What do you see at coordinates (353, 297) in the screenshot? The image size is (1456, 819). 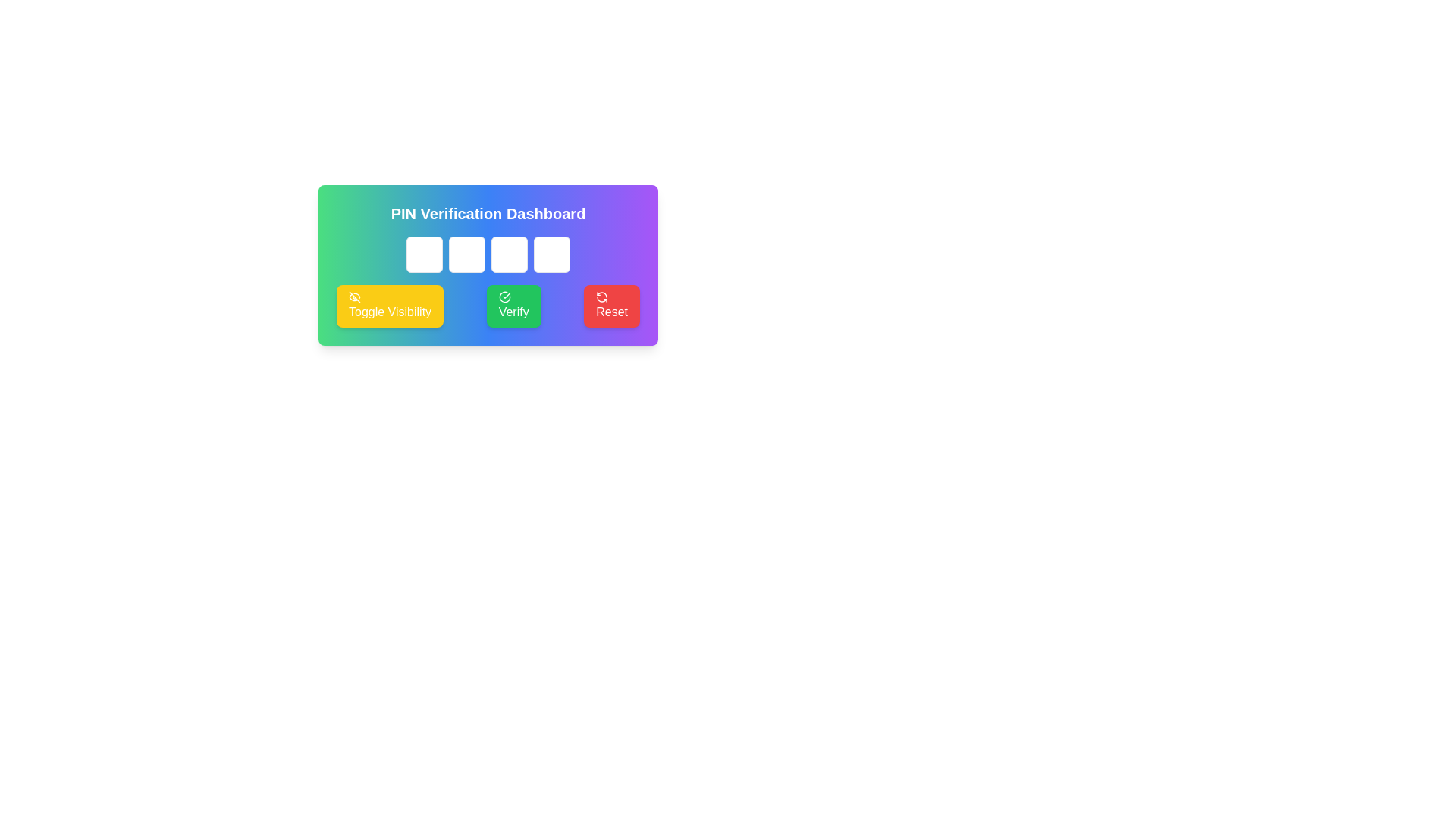 I see `the yellow 'Toggle Visibility' button located on the left side of the row of three buttons under the PIN input fields` at bounding box center [353, 297].